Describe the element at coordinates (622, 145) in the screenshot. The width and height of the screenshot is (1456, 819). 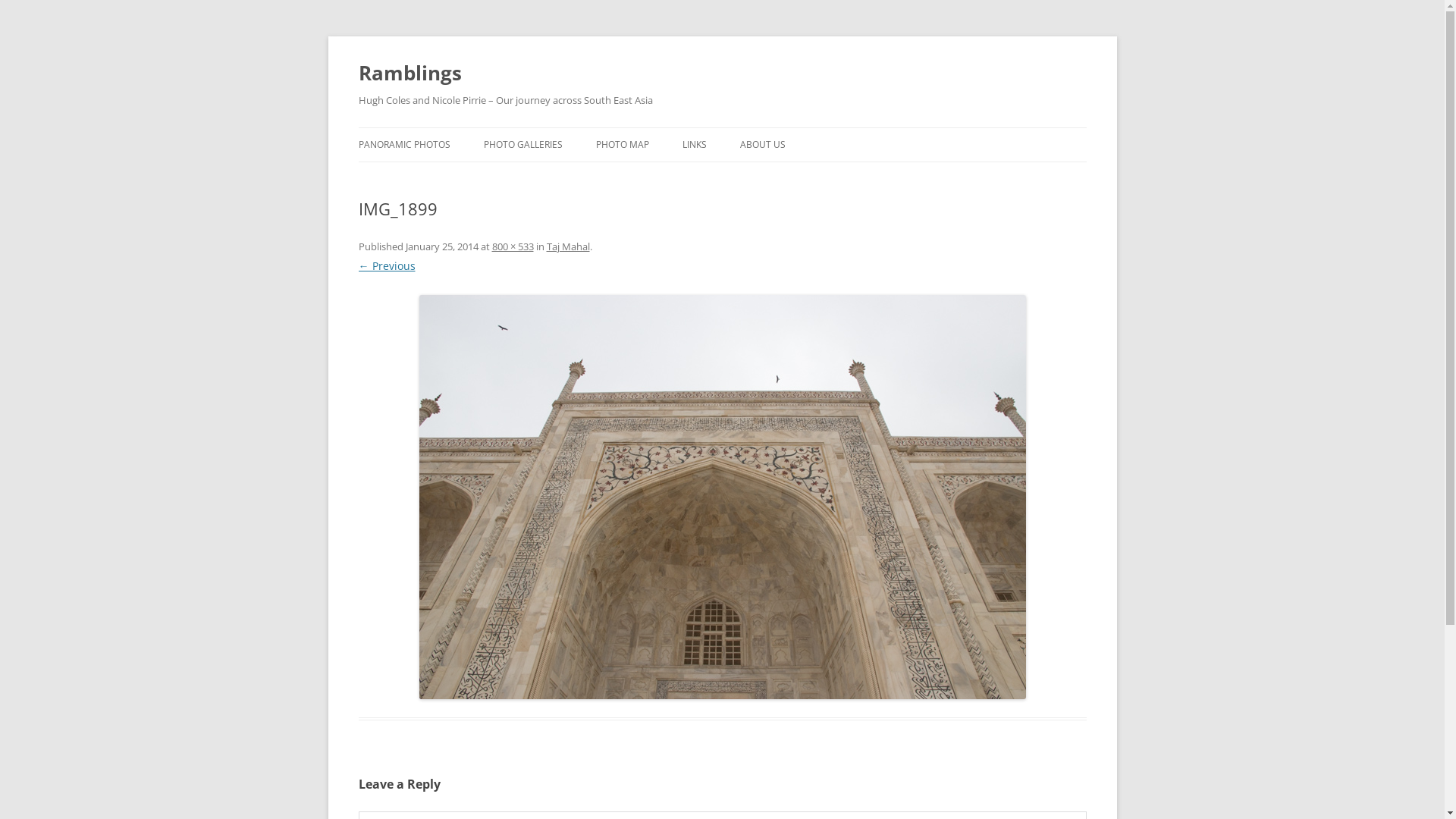
I see `'PHOTO MAP'` at that location.